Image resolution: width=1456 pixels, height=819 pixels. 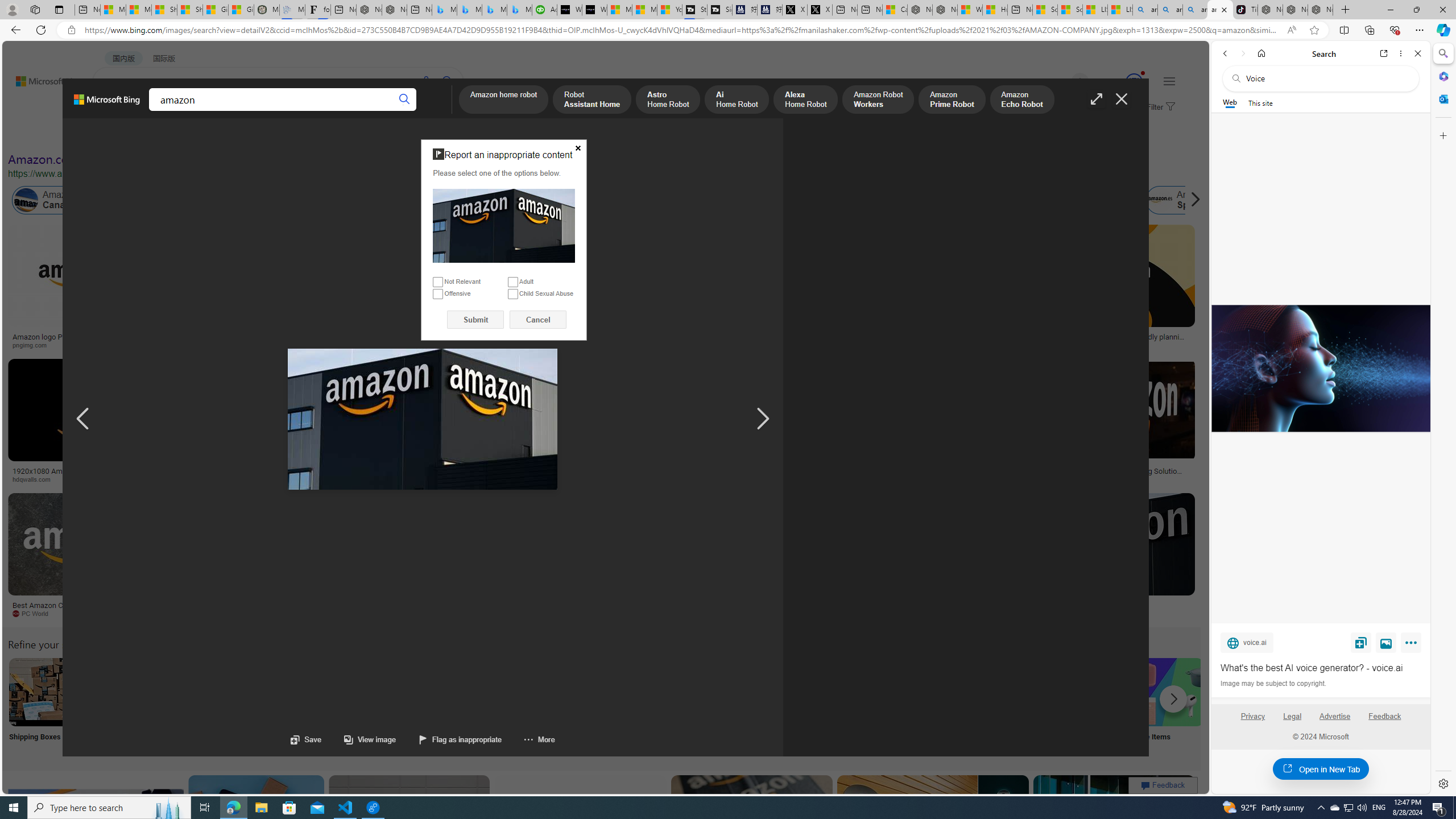 I want to click on 'hdqwalls.com', so click(x=35, y=479).